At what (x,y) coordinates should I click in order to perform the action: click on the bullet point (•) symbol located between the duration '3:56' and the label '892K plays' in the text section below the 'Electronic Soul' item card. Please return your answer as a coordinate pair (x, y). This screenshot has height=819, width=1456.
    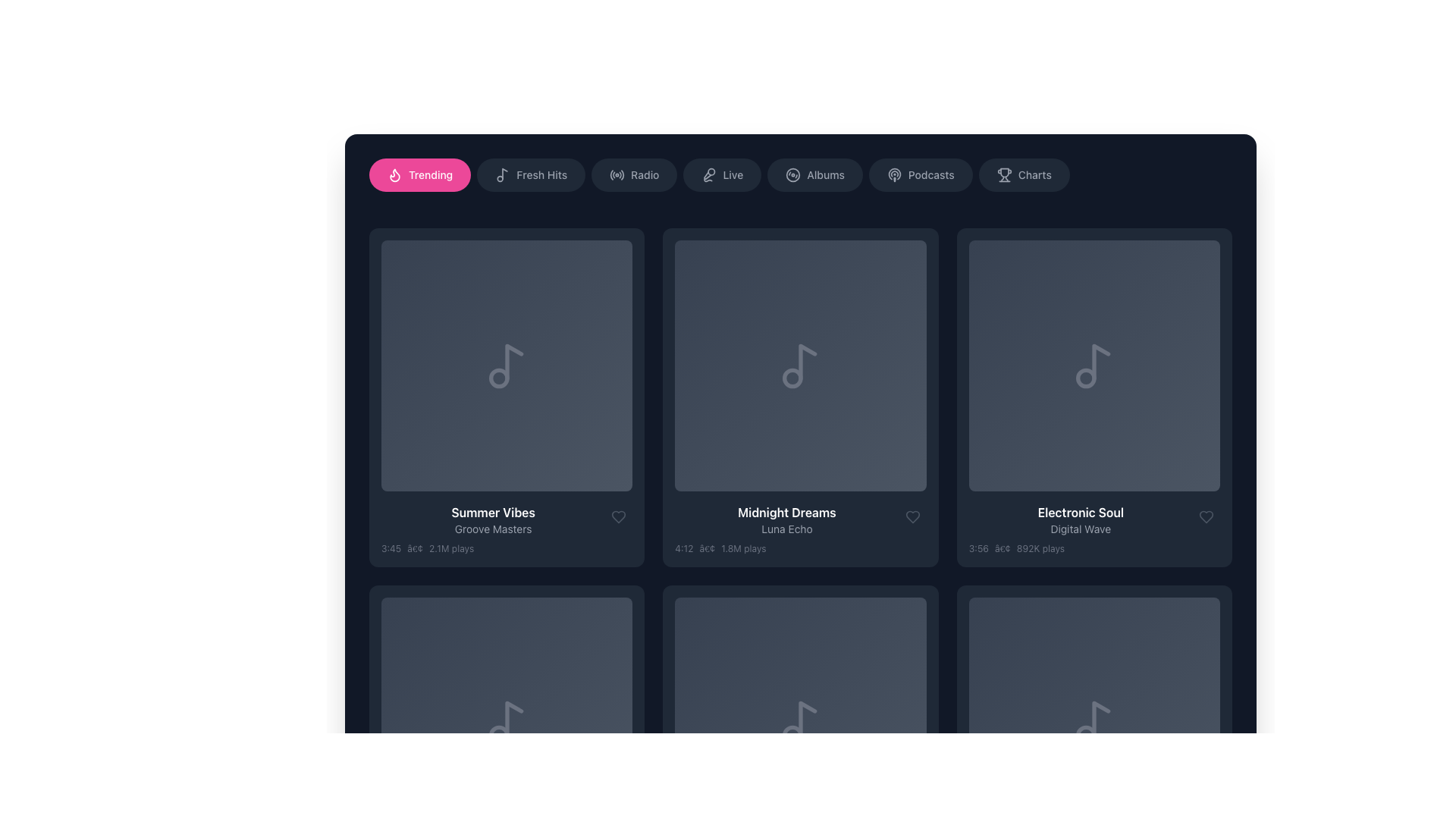
    Looking at the image, I should click on (1003, 549).